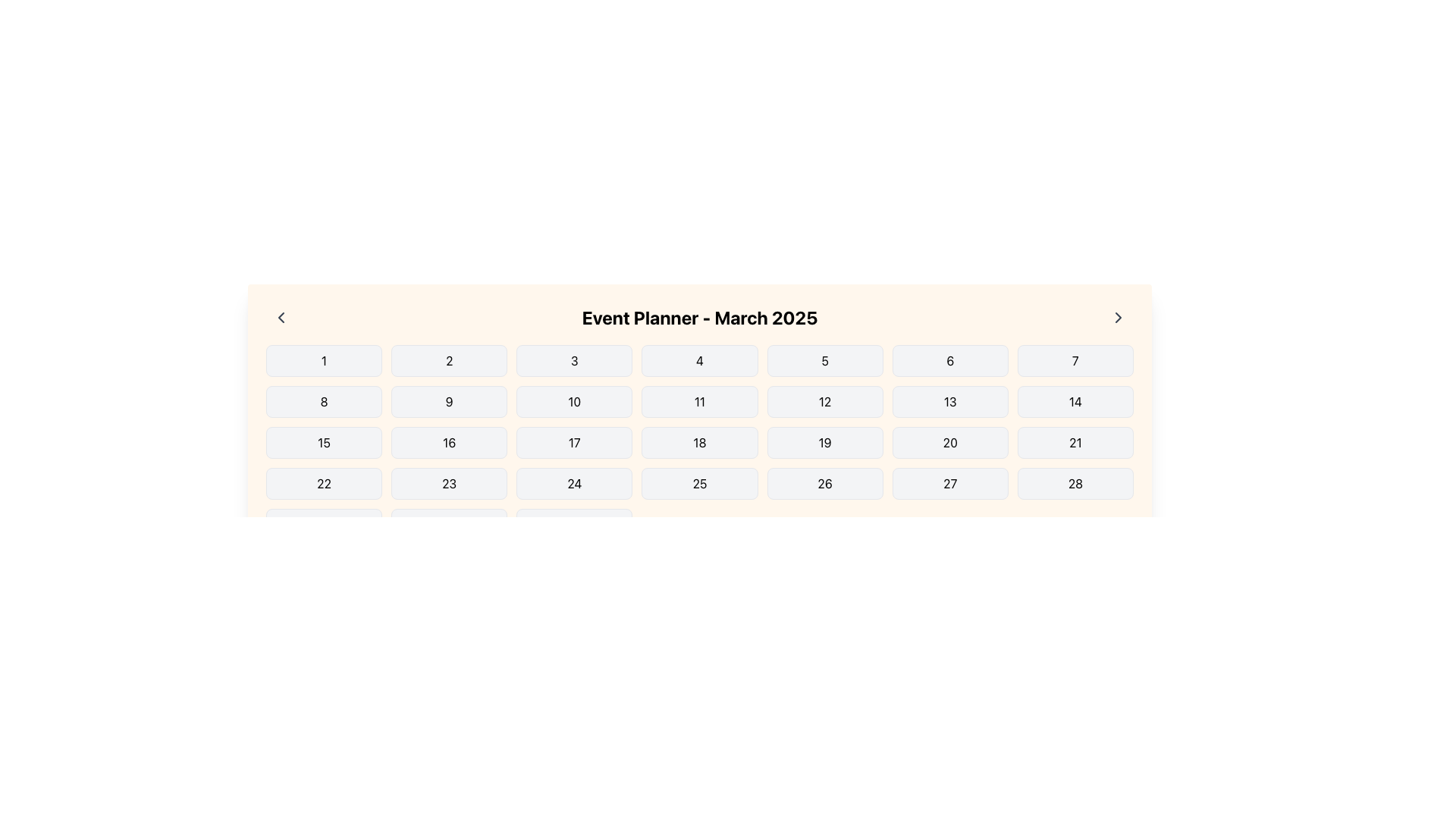 This screenshot has height=819, width=1456. What do you see at coordinates (573, 442) in the screenshot?
I see `the date by clicking on the text element representing the 17th day of the month in the calendar interface` at bounding box center [573, 442].